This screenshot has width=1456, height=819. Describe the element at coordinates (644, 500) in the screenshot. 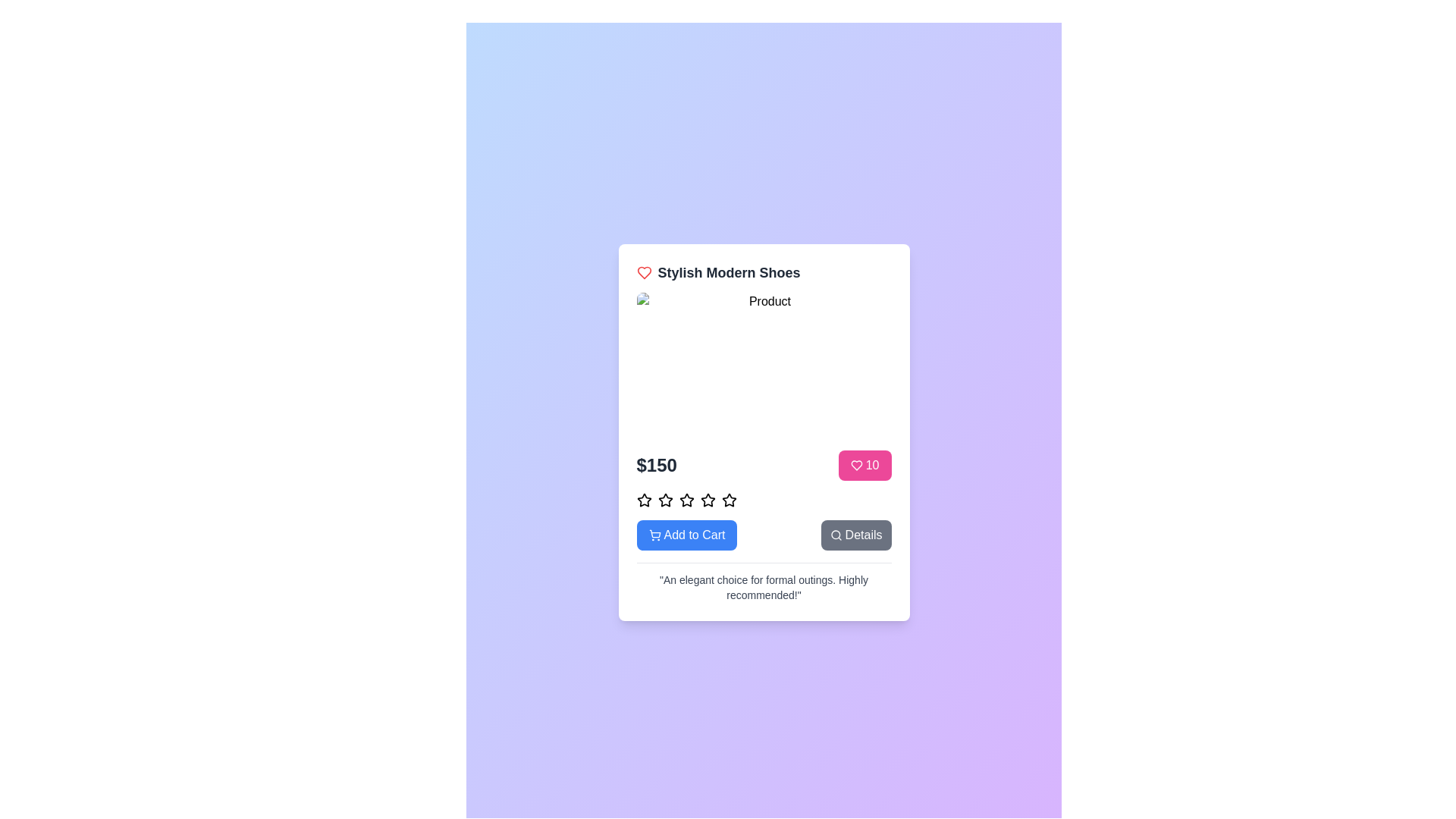

I see `the first star icon` at that location.